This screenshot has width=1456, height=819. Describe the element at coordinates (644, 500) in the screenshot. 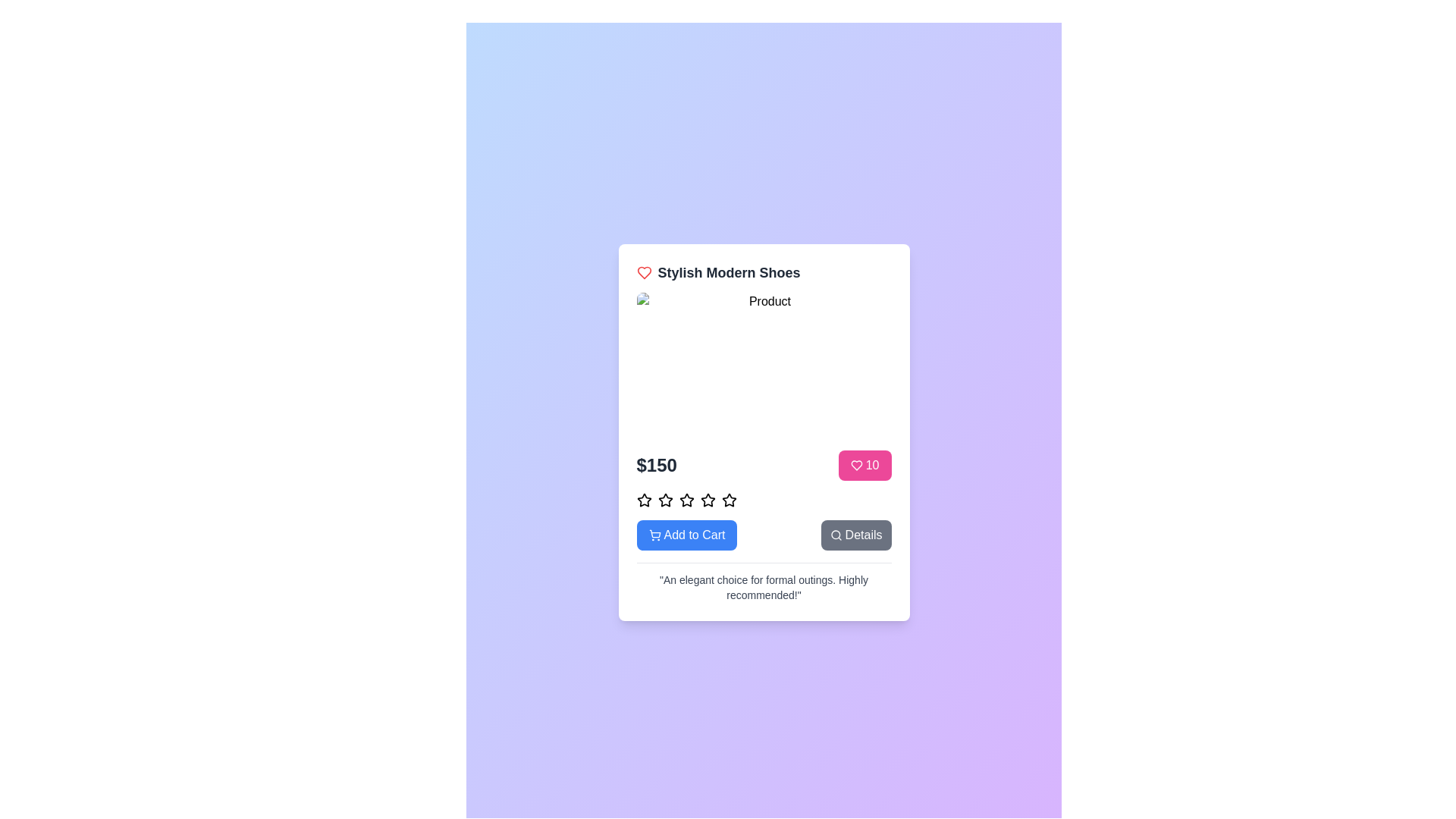

I see `the first star icon` at that location.